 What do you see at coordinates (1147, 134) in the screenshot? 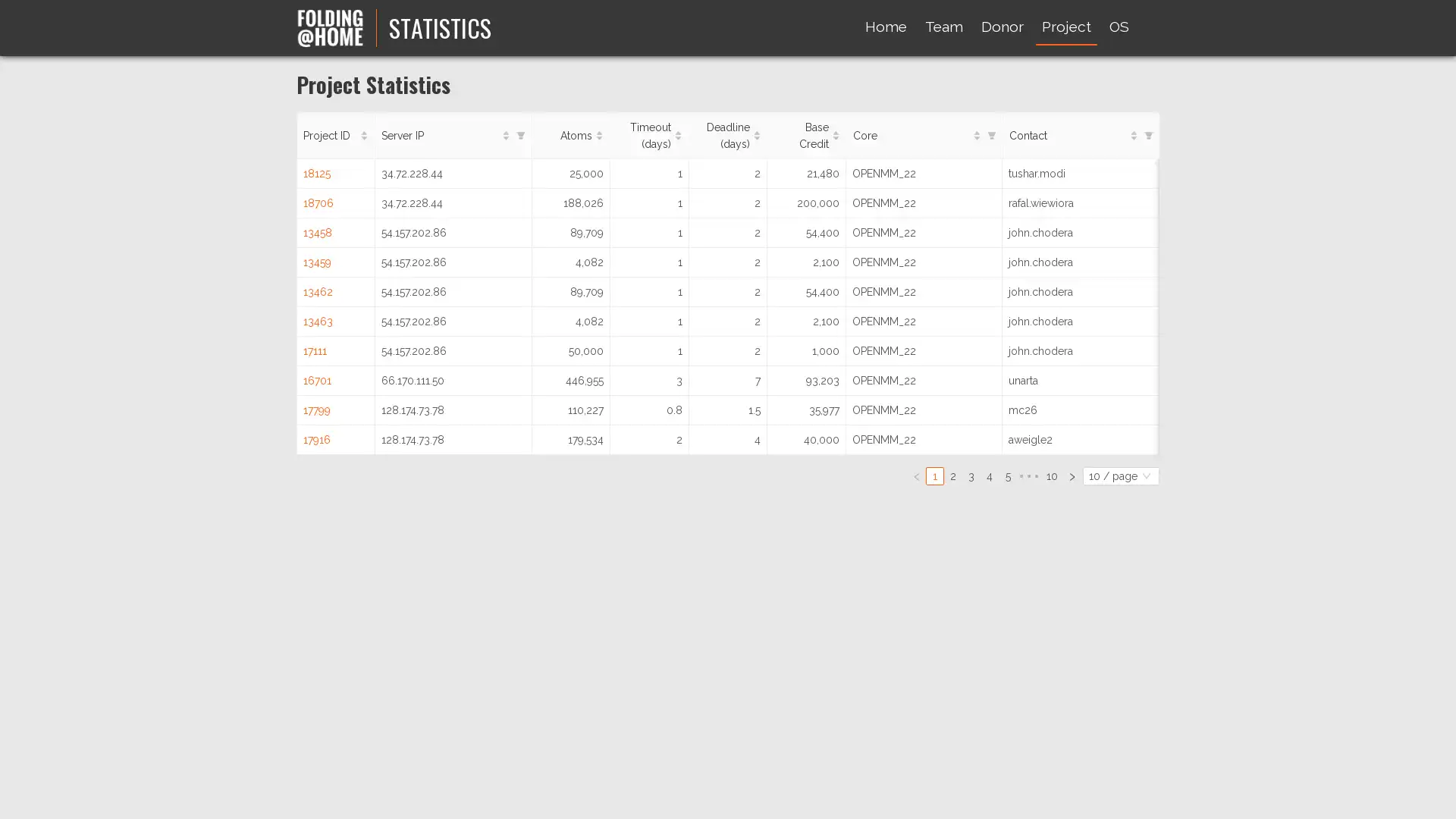
I see `filter` at bounding box center [1147, 134].